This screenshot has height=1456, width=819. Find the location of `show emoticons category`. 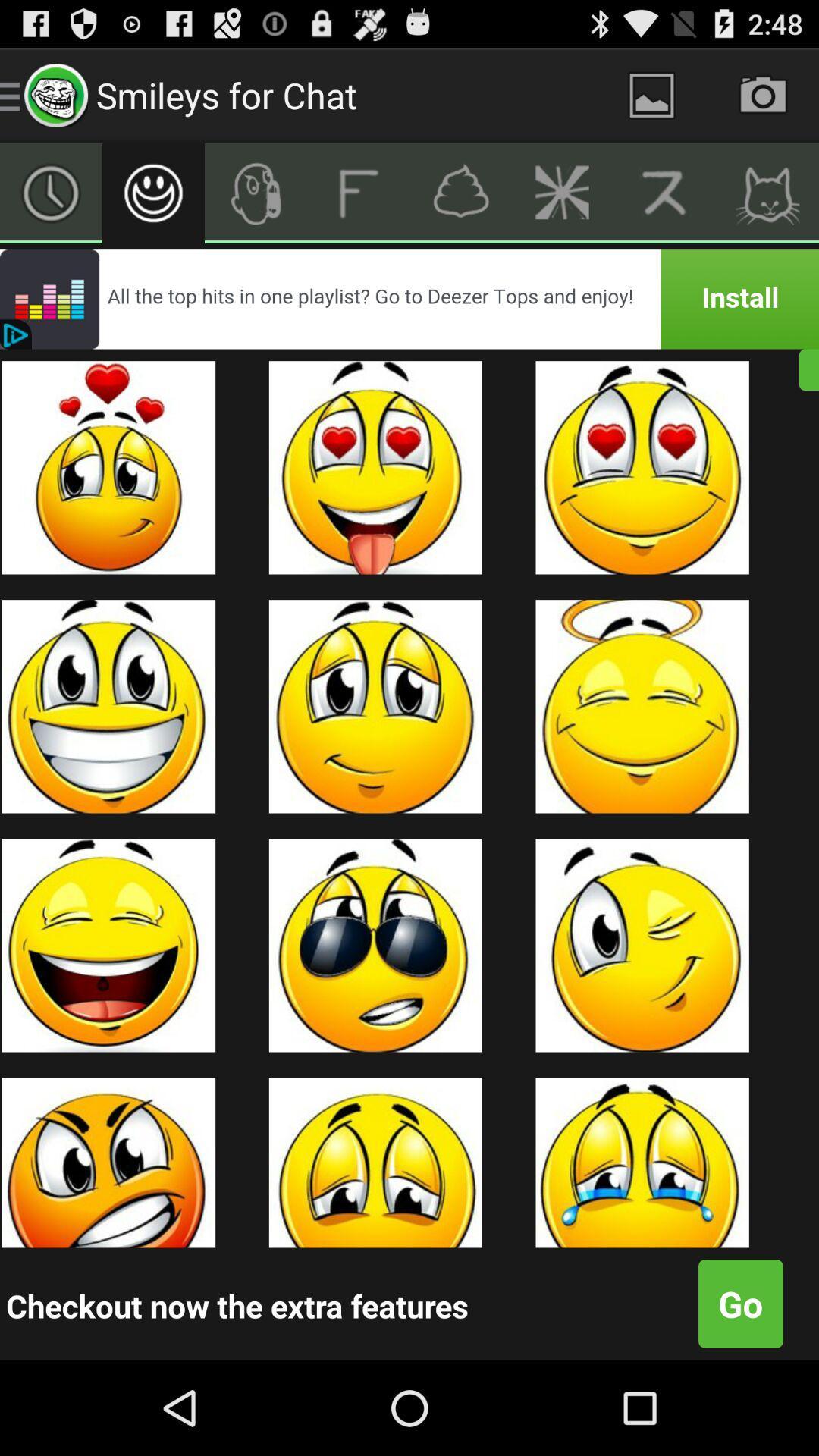

show emoticons category is located at coordinates (153, 192).